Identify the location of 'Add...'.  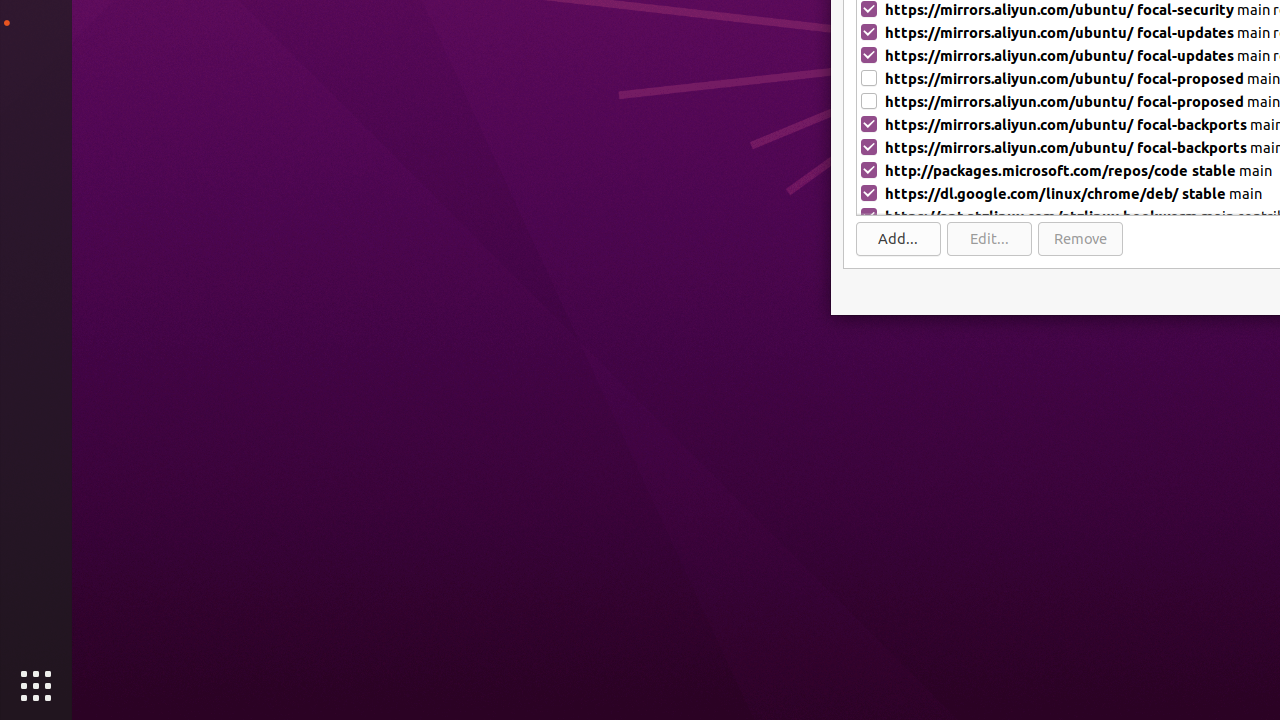
(897, 237).